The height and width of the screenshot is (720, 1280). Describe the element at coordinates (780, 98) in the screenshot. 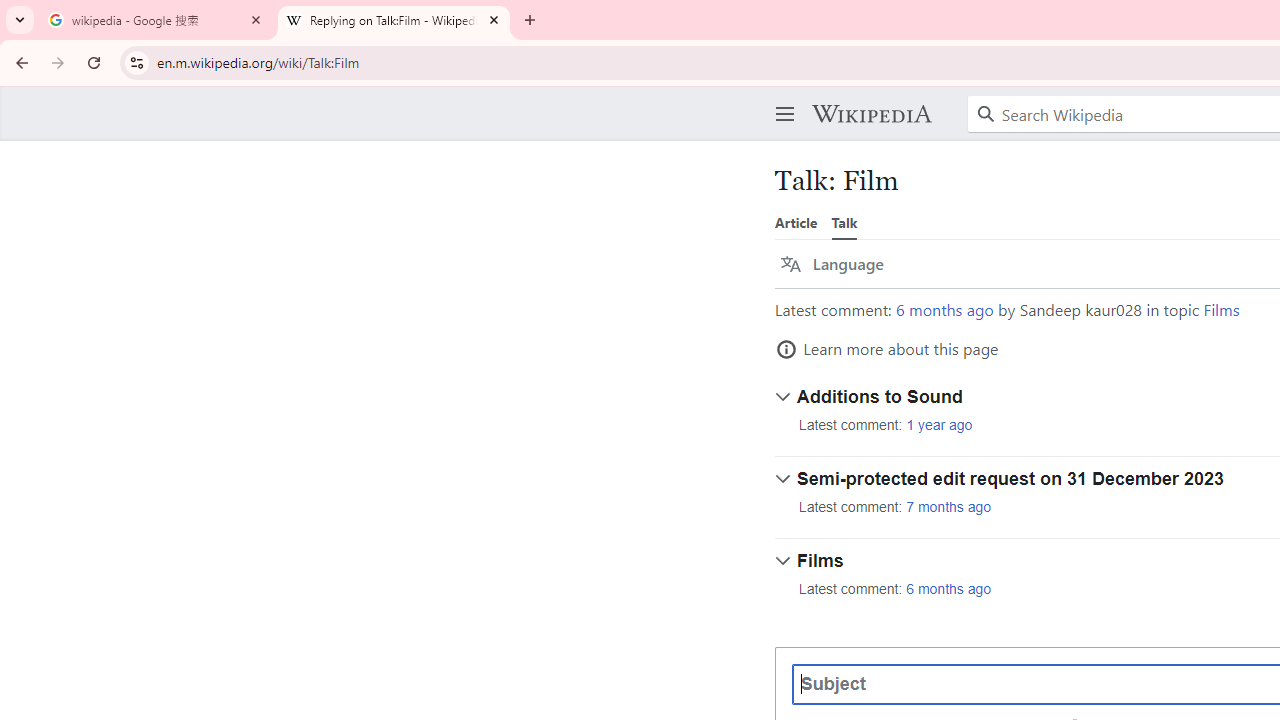

I see `'AutomationID: main-menu-input'` at that location.